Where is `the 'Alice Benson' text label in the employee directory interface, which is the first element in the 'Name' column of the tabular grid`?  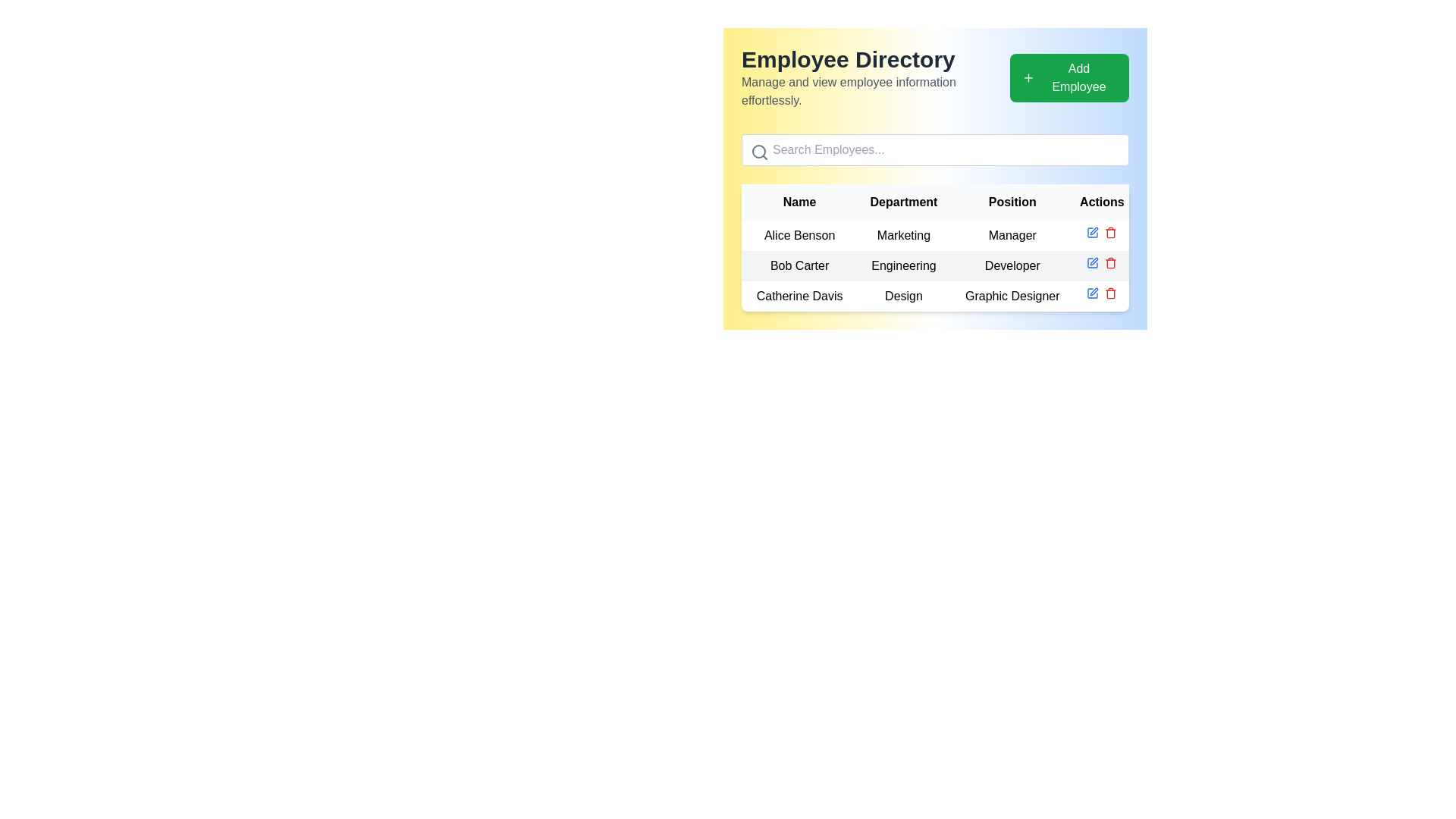 the 'Alice Benson' text label in the employee directory interface, which is the first element in the 'Name' column of the tabular grid is located at coordinates (799, 236).